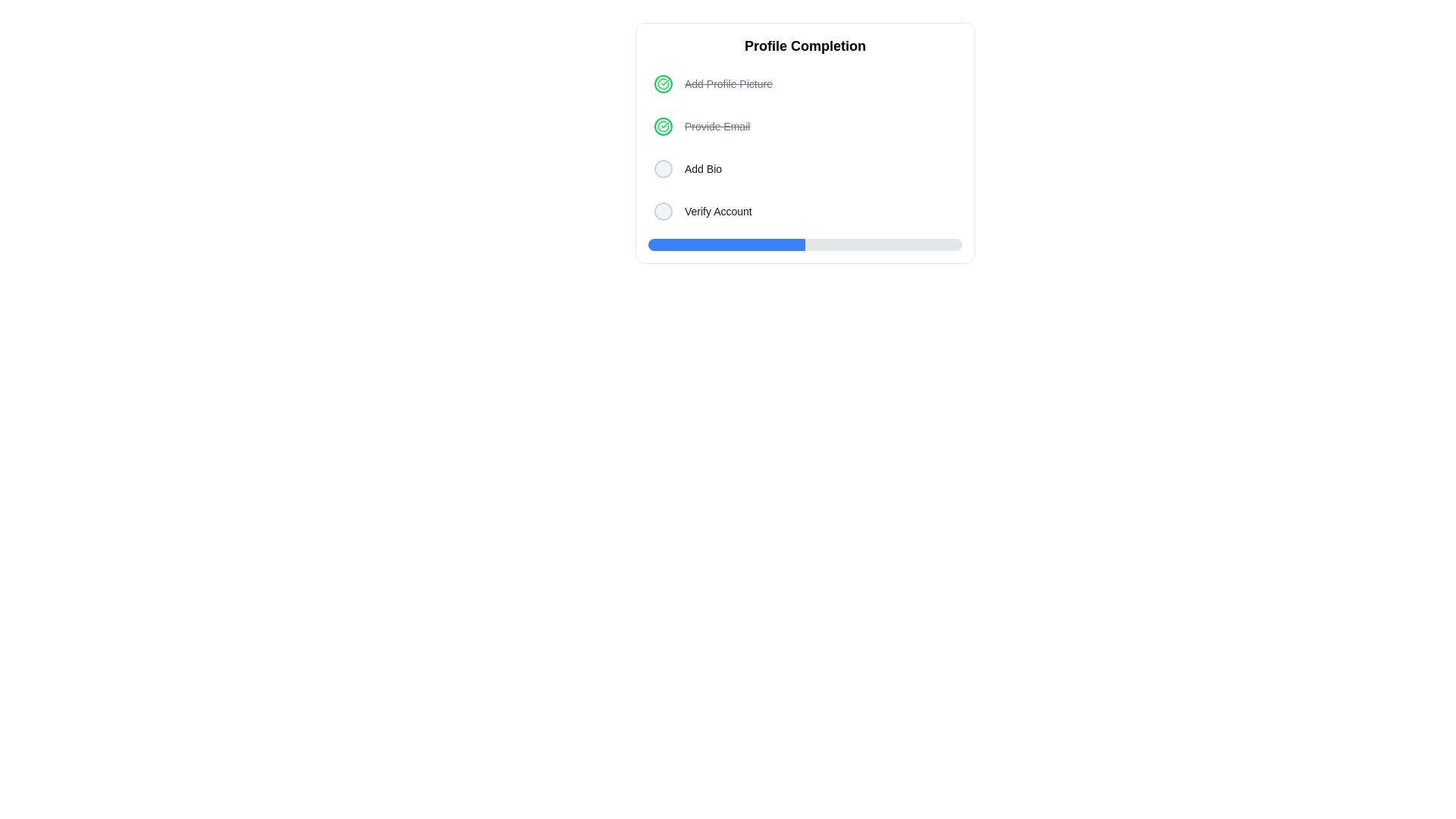  Describe the element at coordinates (726, 244) in the screenshot. I see `the filled portion of the progress bar indicating task completion within the 'Profile Completion' interface card` at that location.